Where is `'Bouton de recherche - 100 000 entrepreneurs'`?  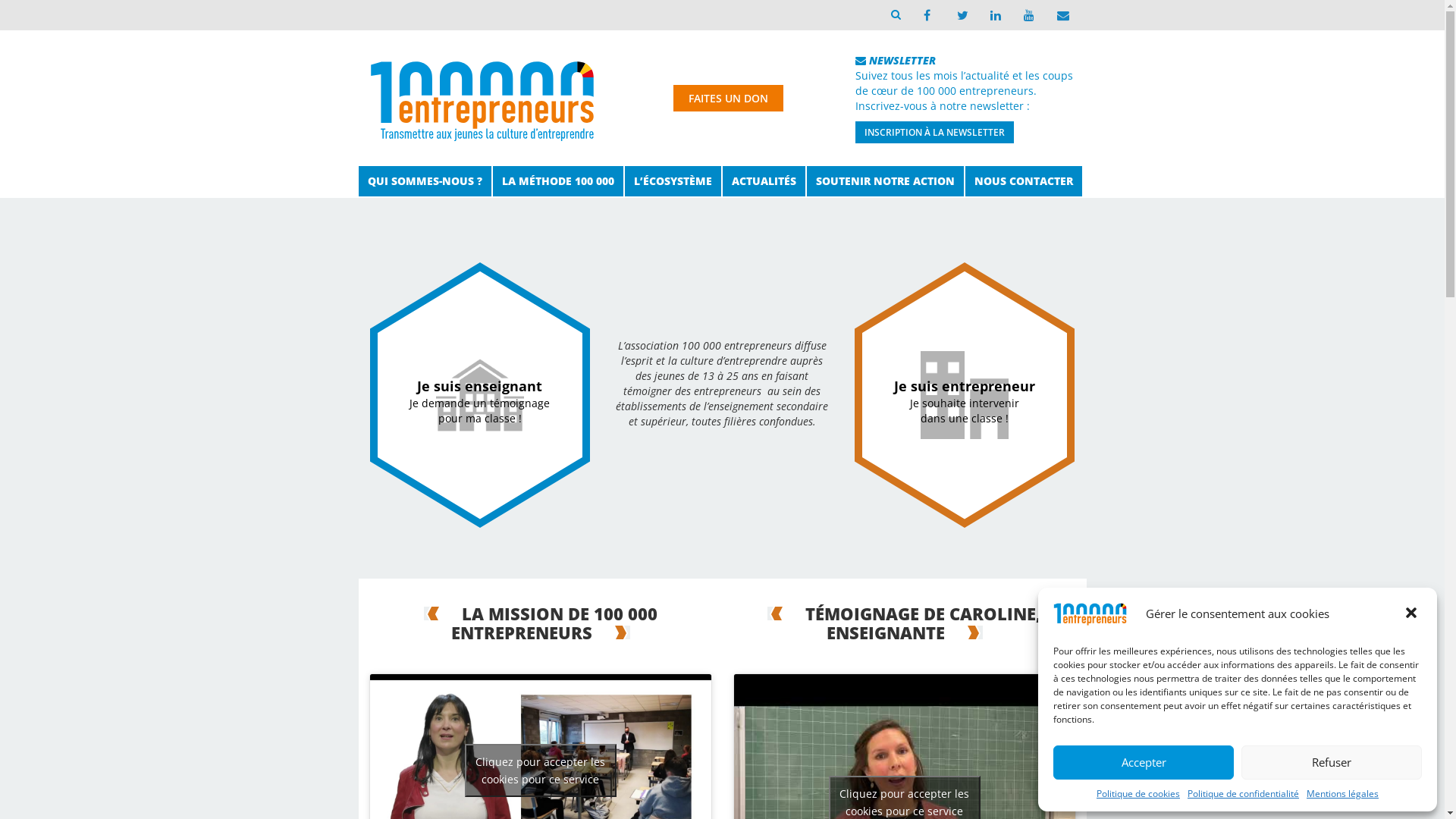 'Bouton de recherche - 100 000 entrepreneurs' is located at coordinates (895, 14).